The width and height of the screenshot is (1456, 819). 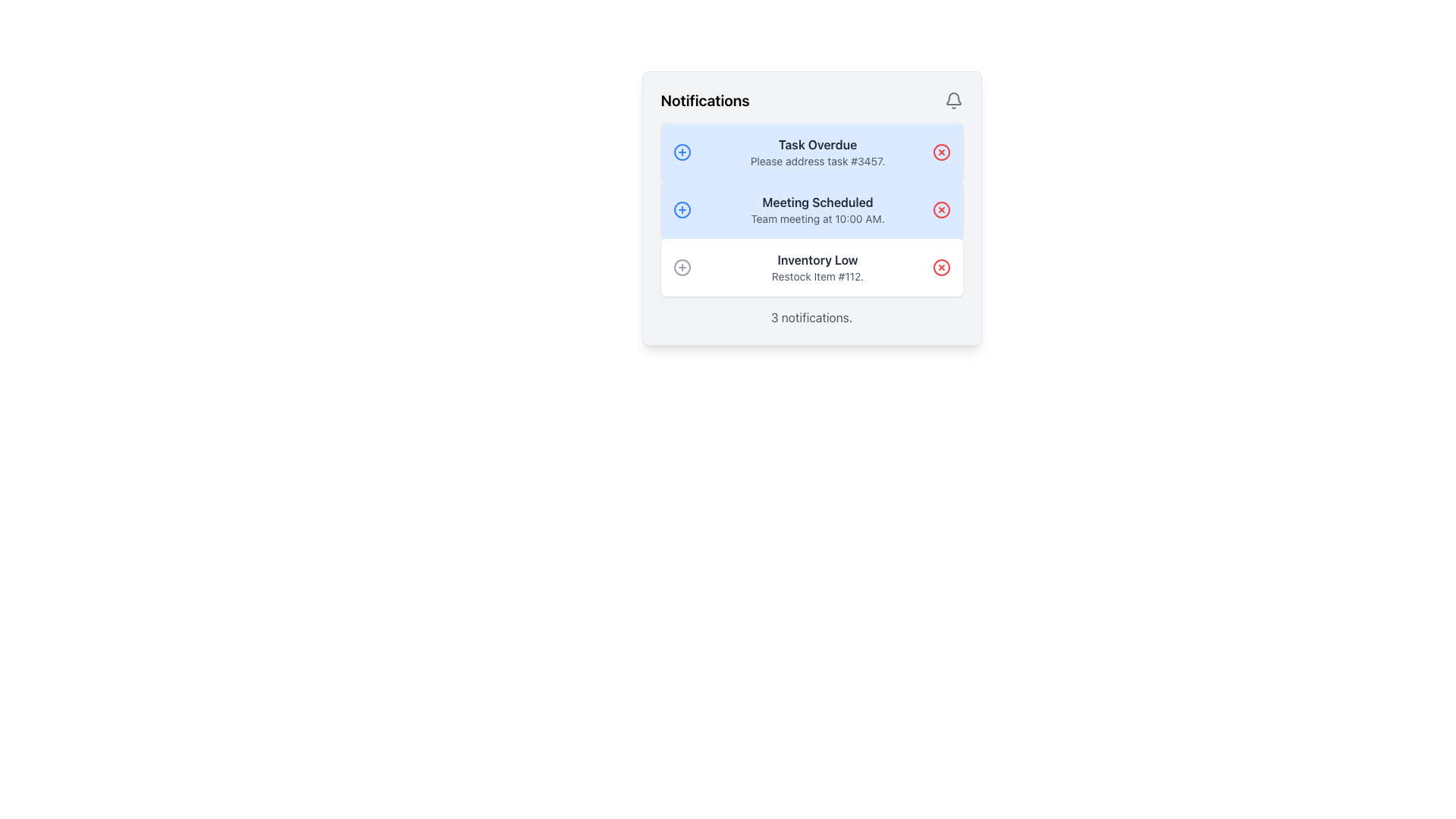 What do you see at coordinates (940, 267) in the screenshot?
I see `the dismiss button located at the right edge of the 'Inventory Low' notification card` at bounding box center [940, 267].